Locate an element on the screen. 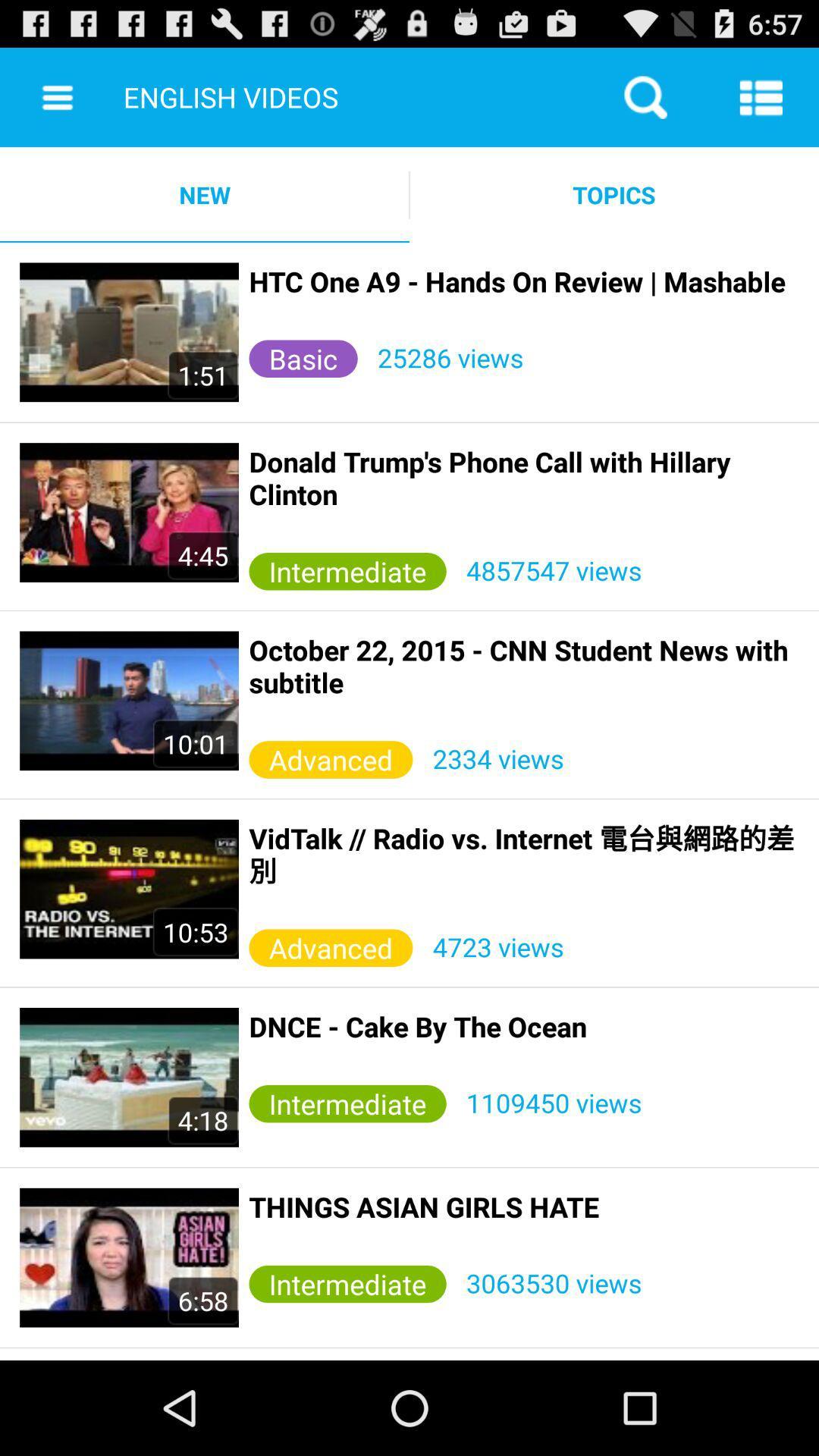  the list icon is located at coordinates (761, 103).